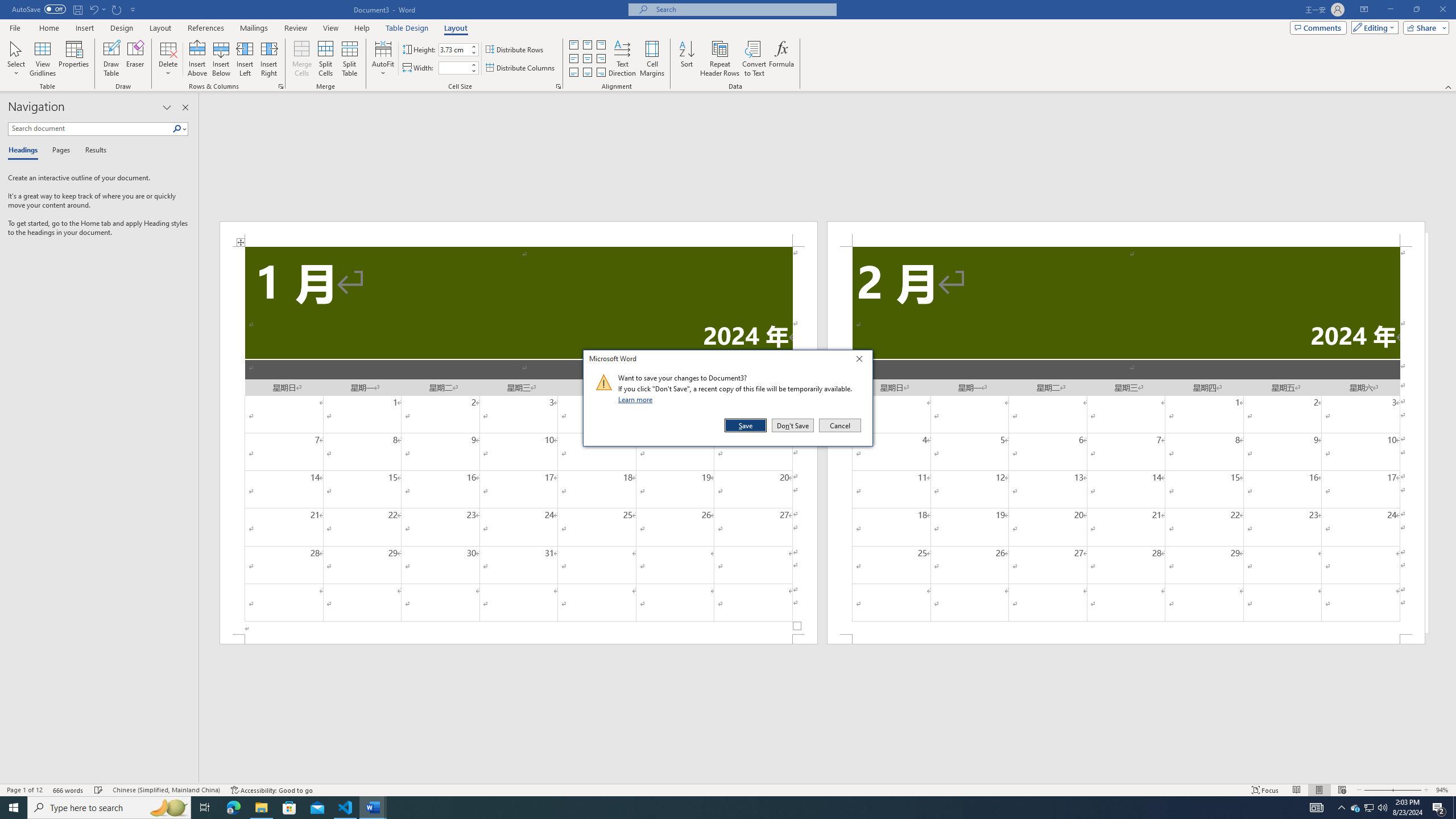  Describe the element at coordinates (1342, 806) in the screenshot. I see `'Notification Chevron'` at that location.